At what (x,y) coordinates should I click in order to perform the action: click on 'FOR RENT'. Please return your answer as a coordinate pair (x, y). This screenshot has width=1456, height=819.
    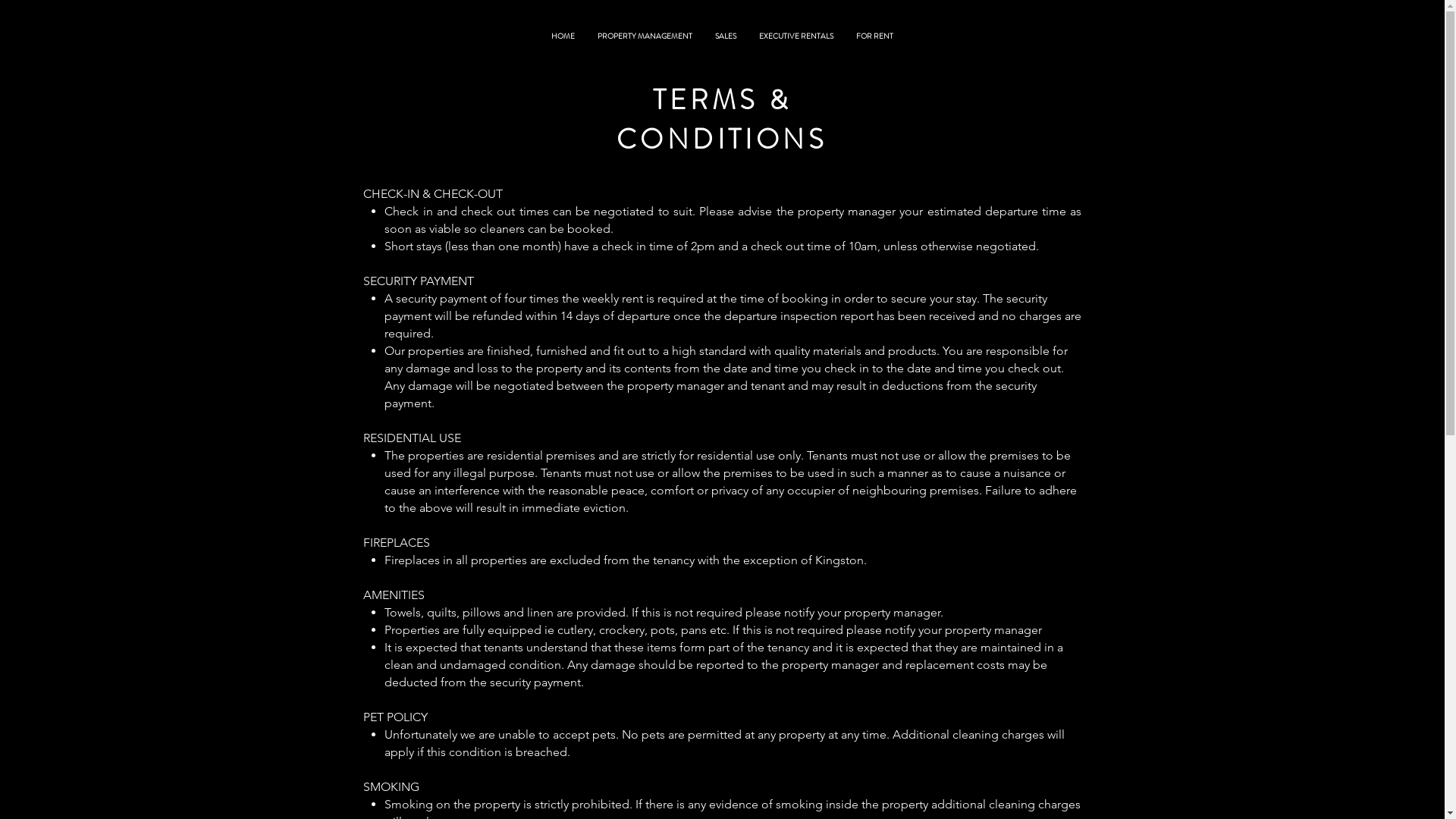
    Looking at the image, I should click on (874, 35).